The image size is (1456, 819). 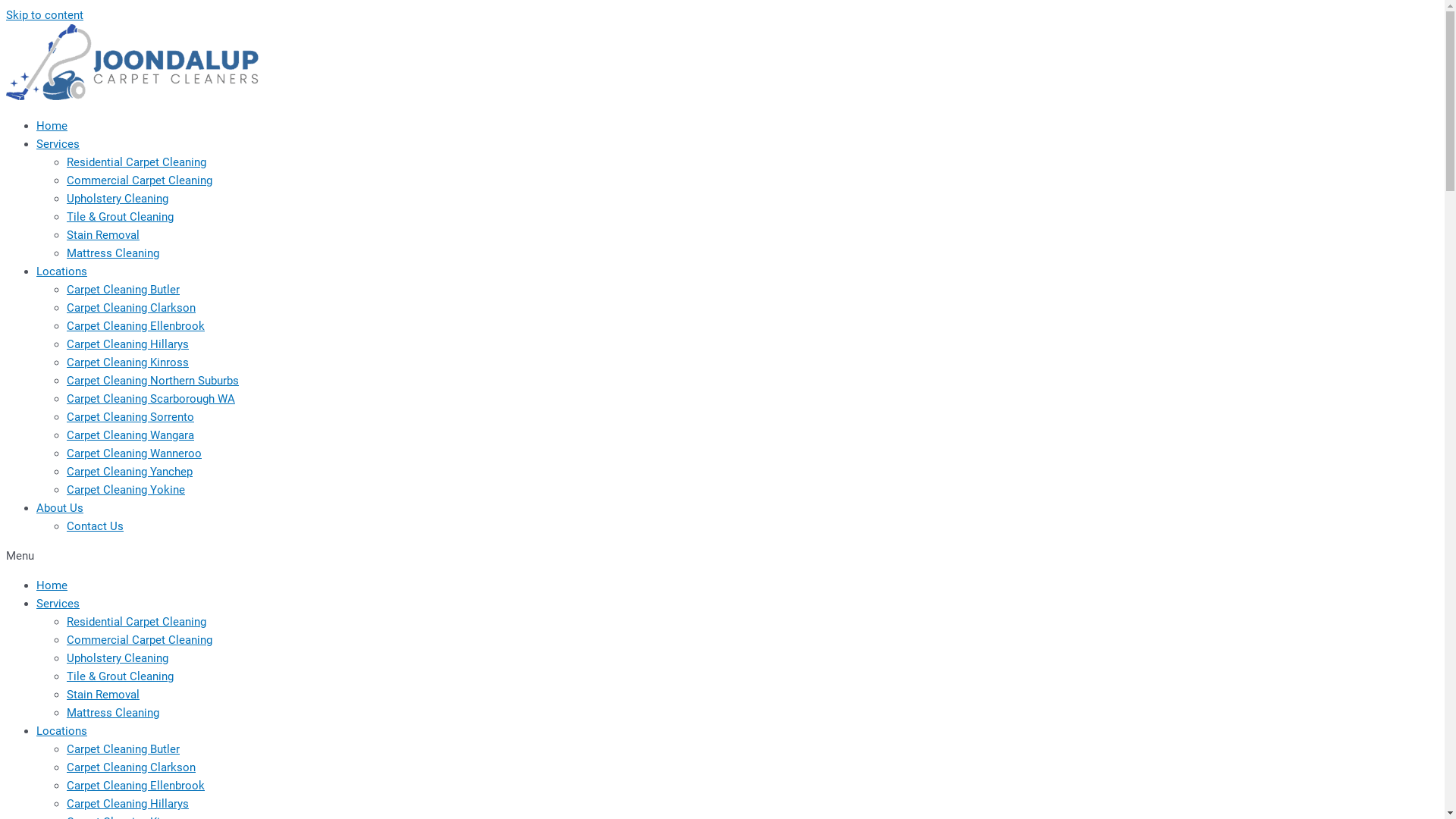 I want to click on 'Home', so click(x=36, y=124).